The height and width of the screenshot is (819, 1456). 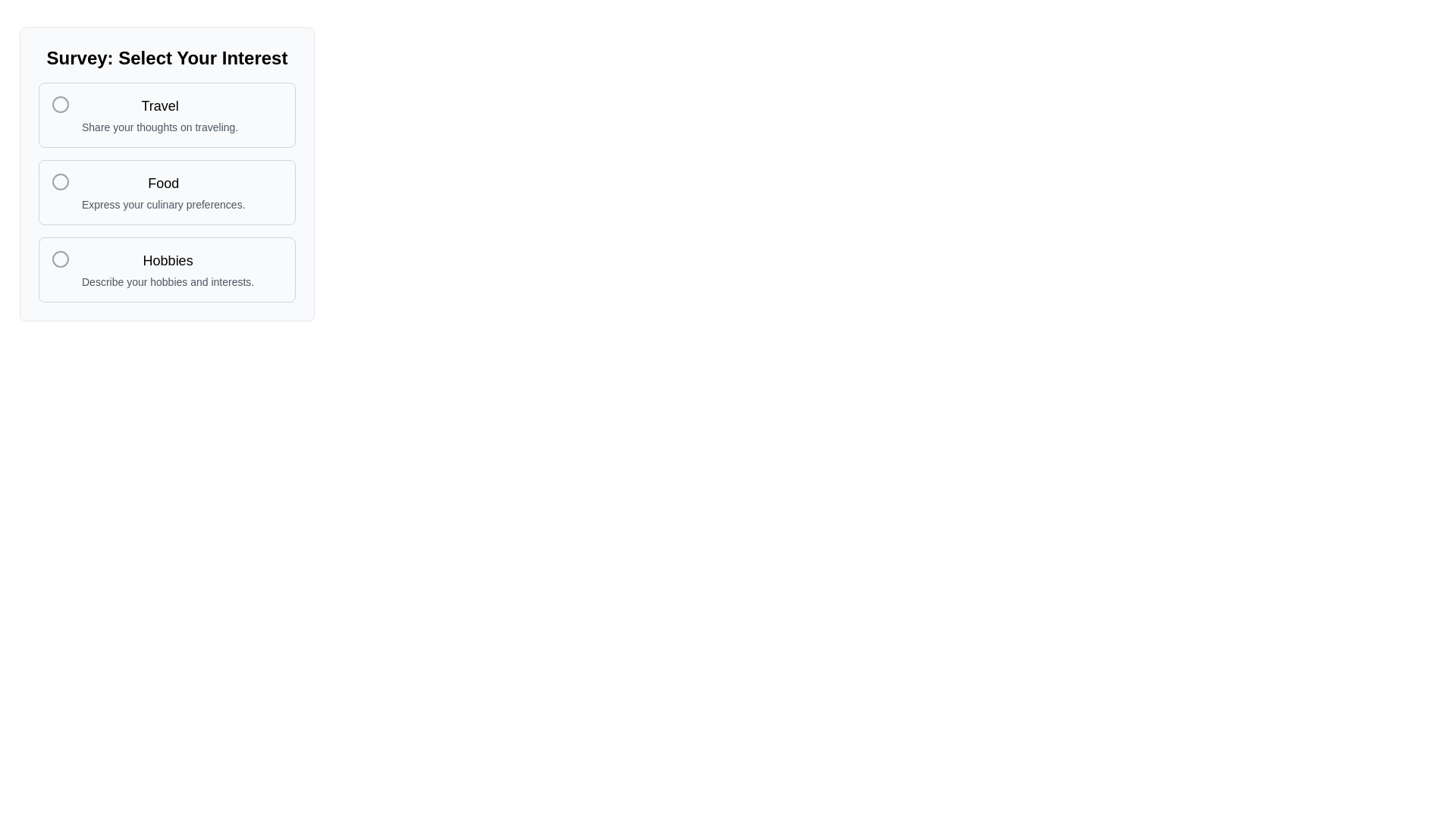 What do you see at coordinates (61, 259) in the screenshot?
I see `the Circular Icon or Unselected Radio Button located at the center left of the 'Hobbies' row in the survey options` at bounding box center [61, 259].